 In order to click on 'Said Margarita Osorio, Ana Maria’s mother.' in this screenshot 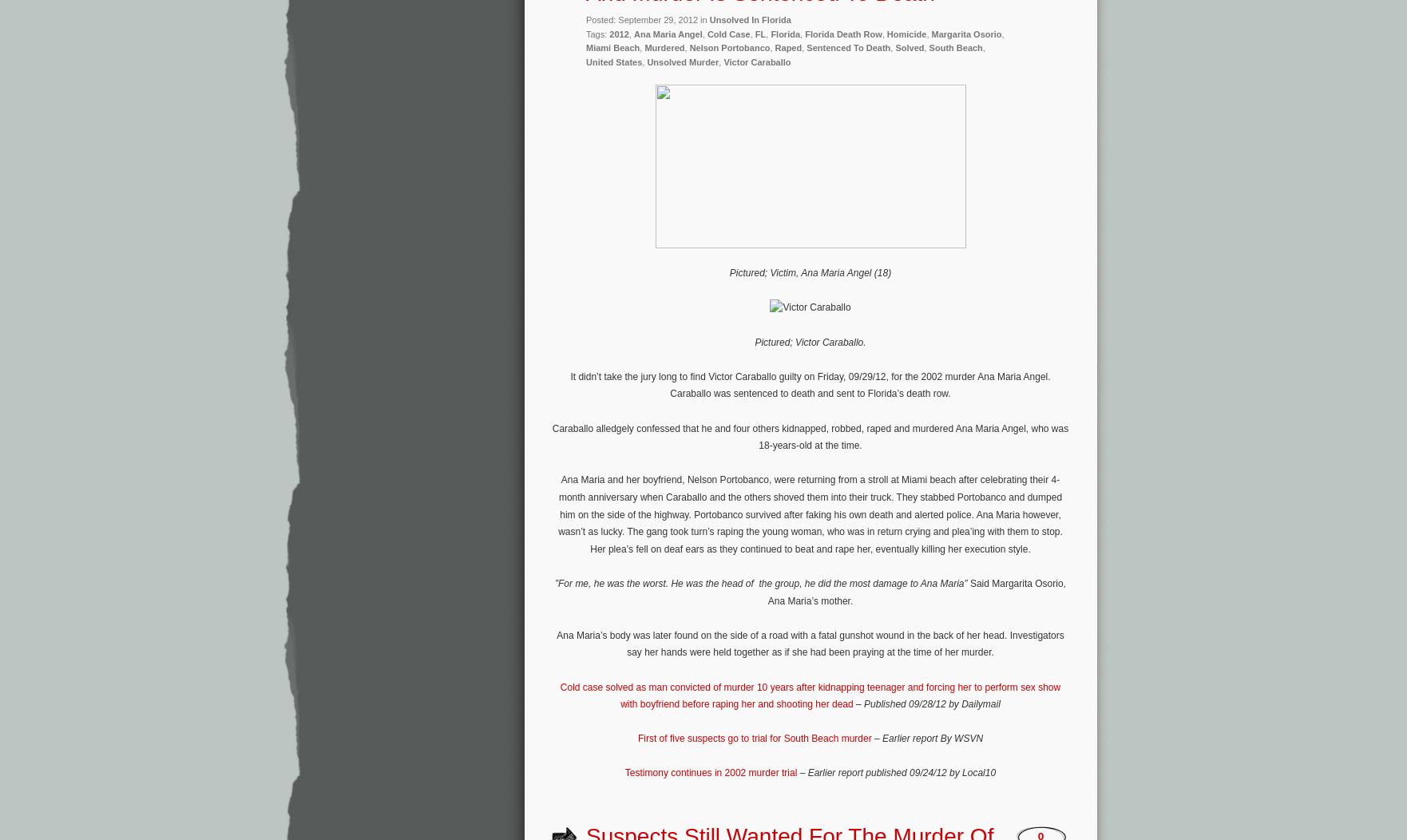, I will do `click(916, 592)`.